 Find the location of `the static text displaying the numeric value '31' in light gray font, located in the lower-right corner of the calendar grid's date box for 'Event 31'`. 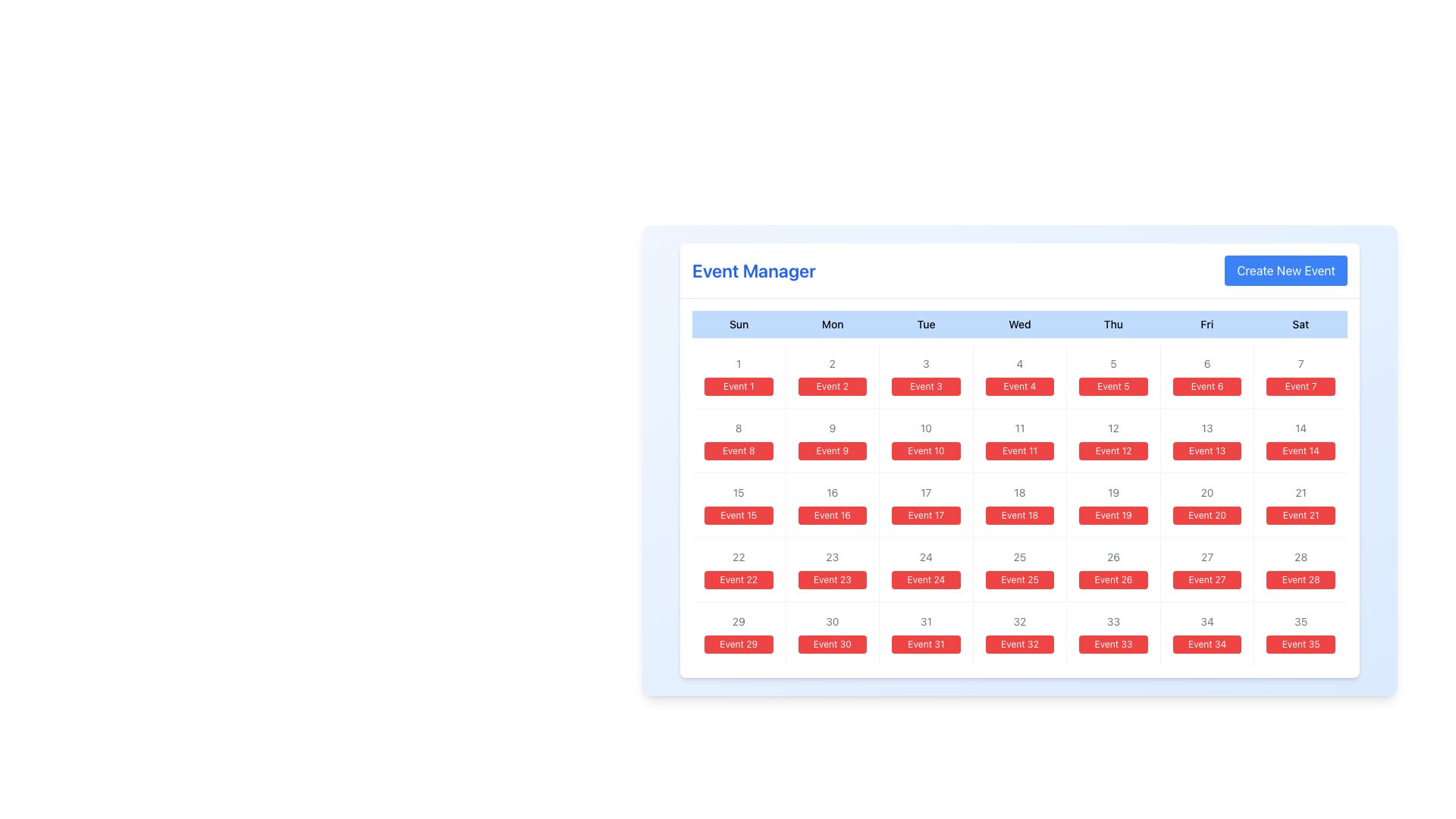

the static text displaying the numeric value '31' in light gray font, located in the lower-right corner of the calendar grid's date box for 'Event 31' is located at coordinates (925, 622).